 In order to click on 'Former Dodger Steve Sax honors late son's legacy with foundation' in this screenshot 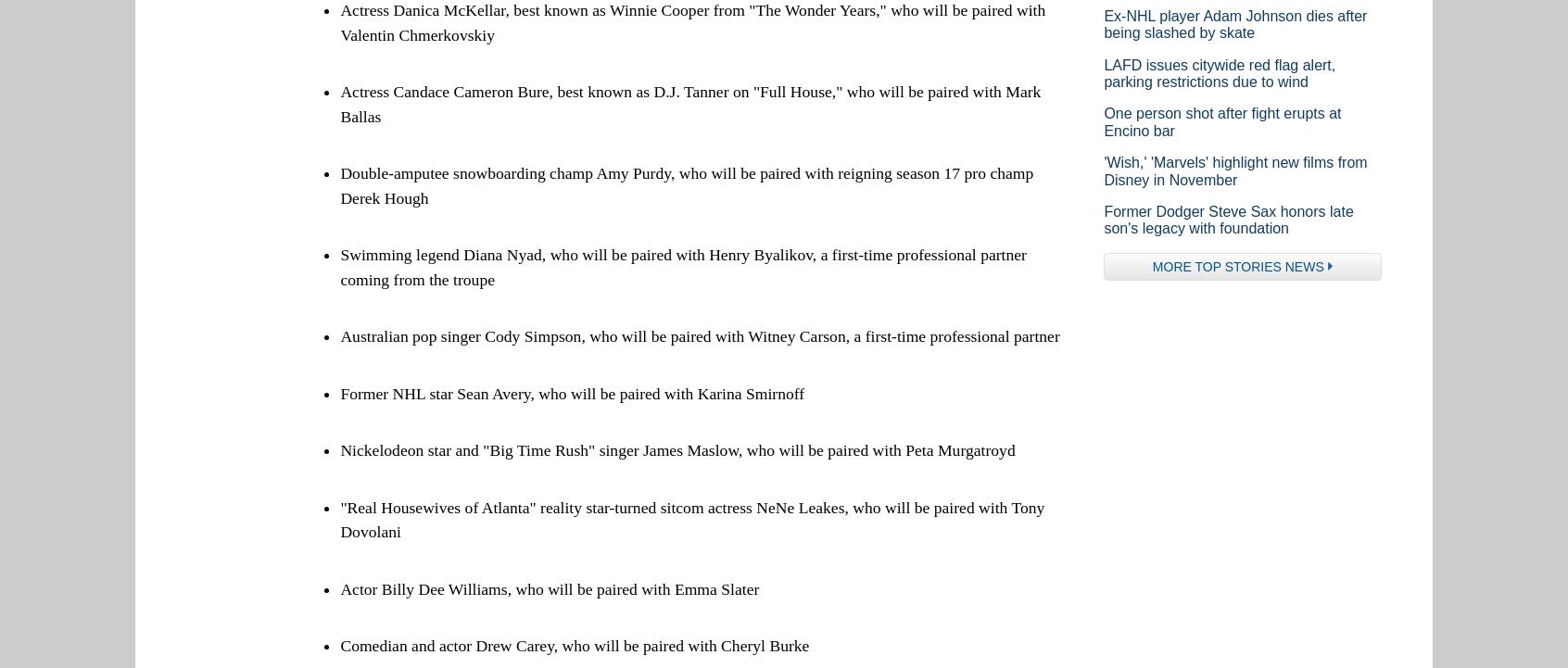, I will do `click(1102, 219)`.